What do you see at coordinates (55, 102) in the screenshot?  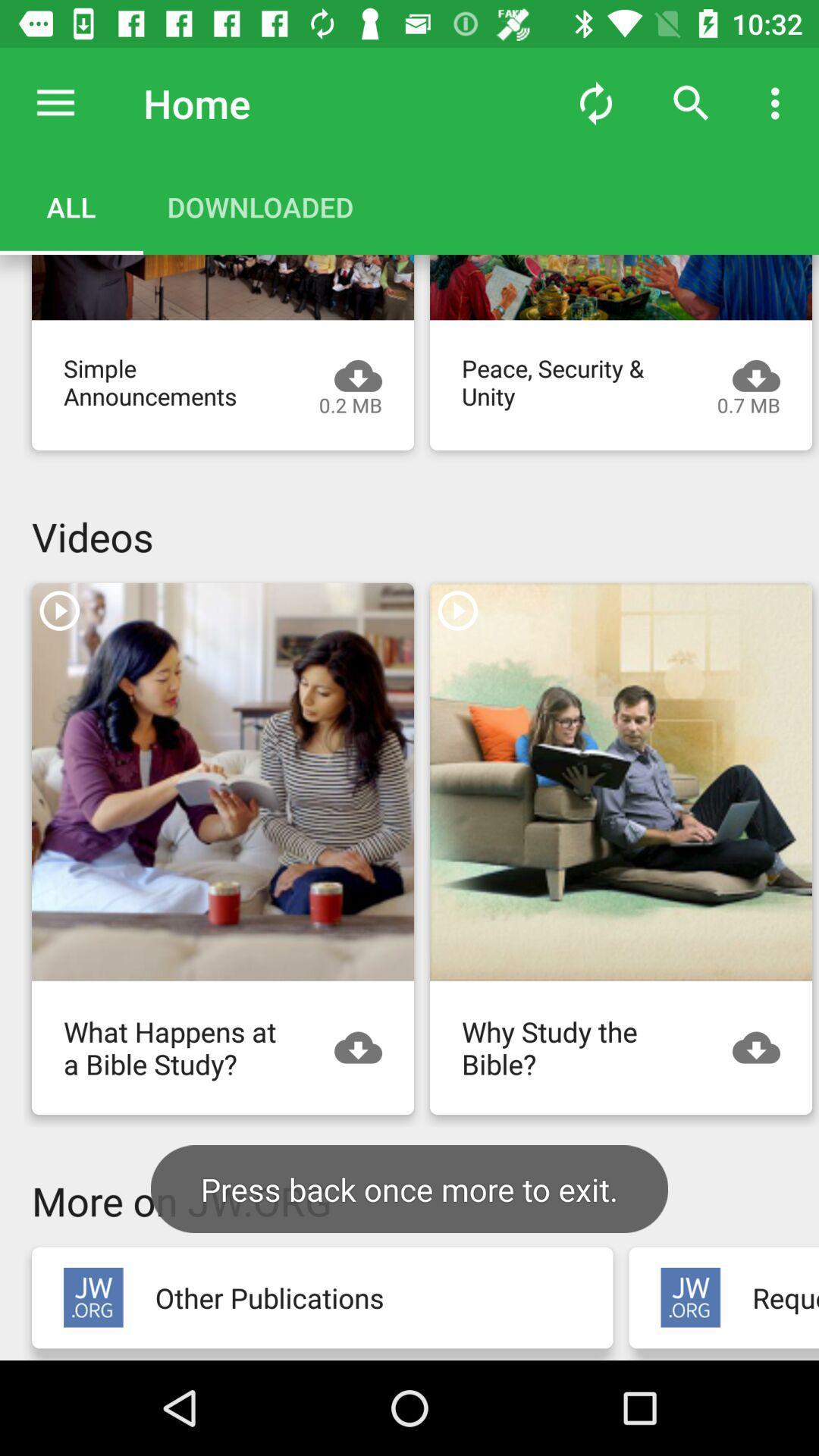 I see `settings` at bounding box center [55, 102].